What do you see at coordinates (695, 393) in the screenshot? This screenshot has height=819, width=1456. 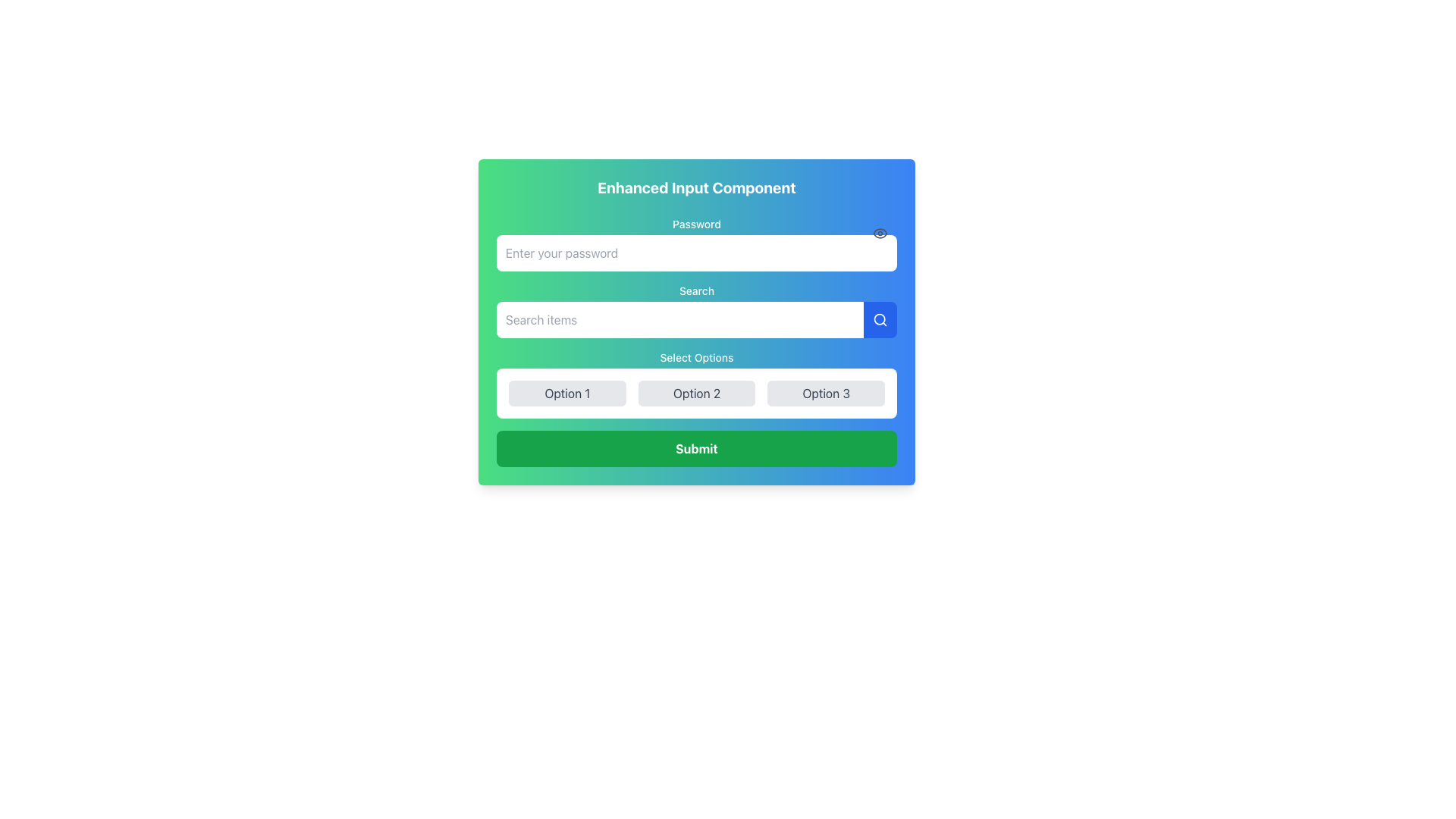 I see `the 'Option 2' button, which is a rectangular button with rounded corners displaying dark gray text on a light gray background, located beneath the 'Select Options' label` at bounding box center [695, 393].